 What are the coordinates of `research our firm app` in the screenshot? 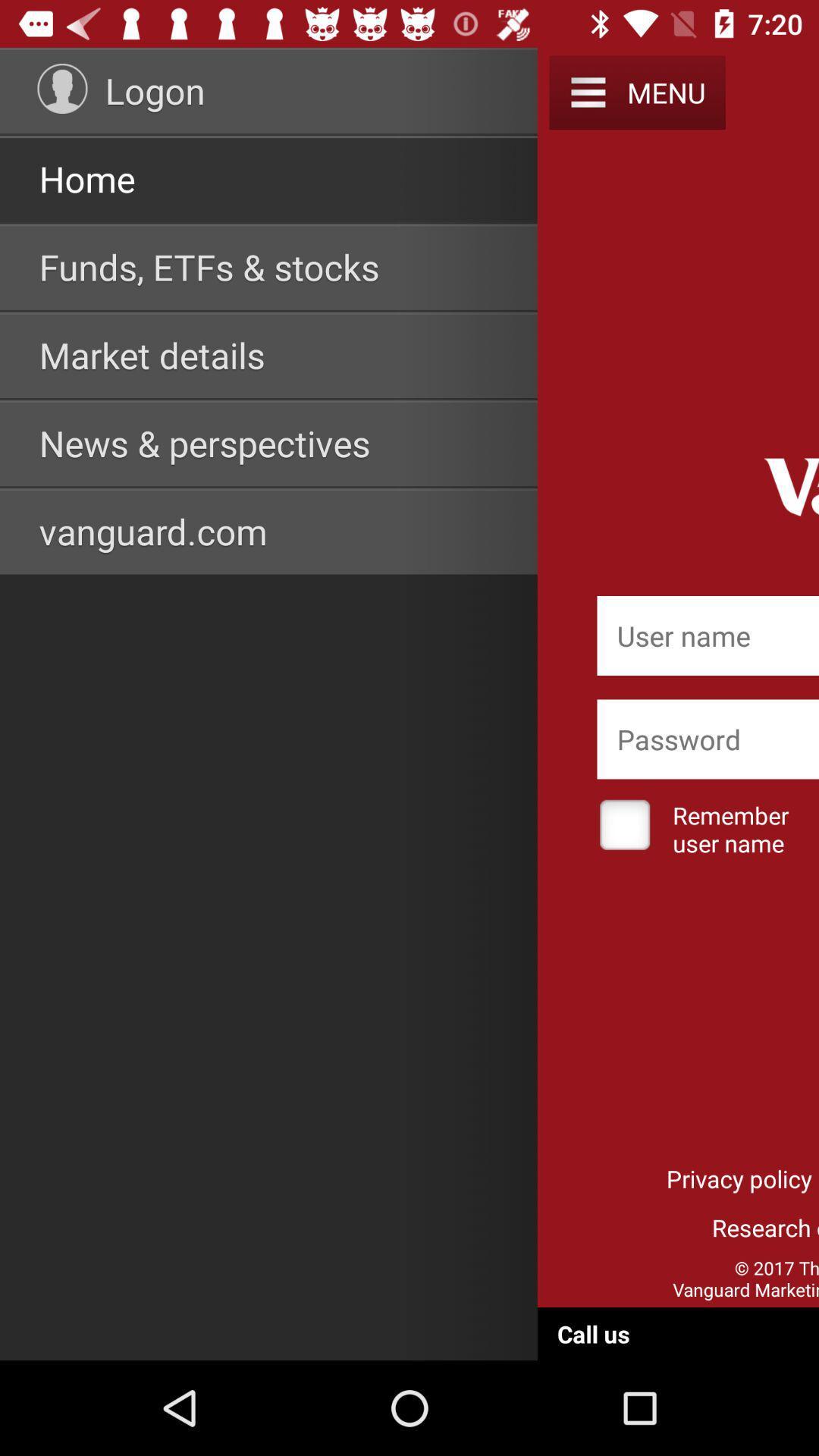 It's located at (708, 1227).